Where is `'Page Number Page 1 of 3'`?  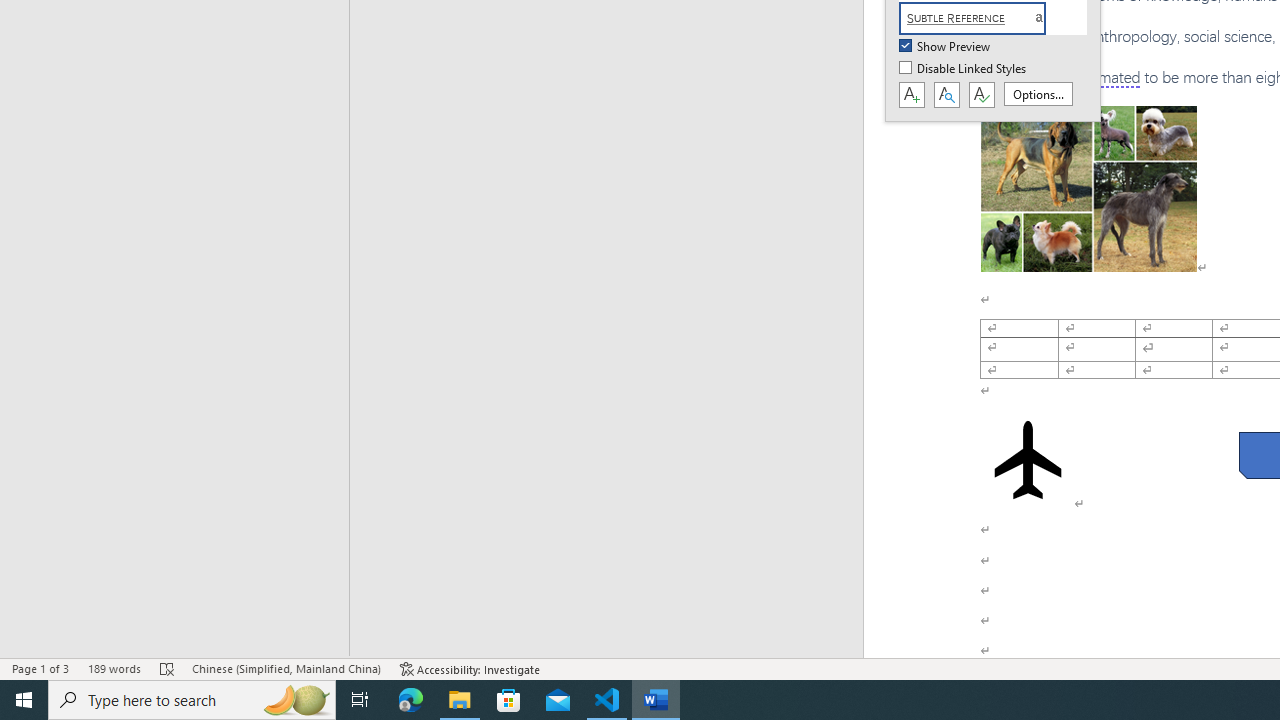
'Page Number Page 1 of 3' is located at coordinates (40, 669).